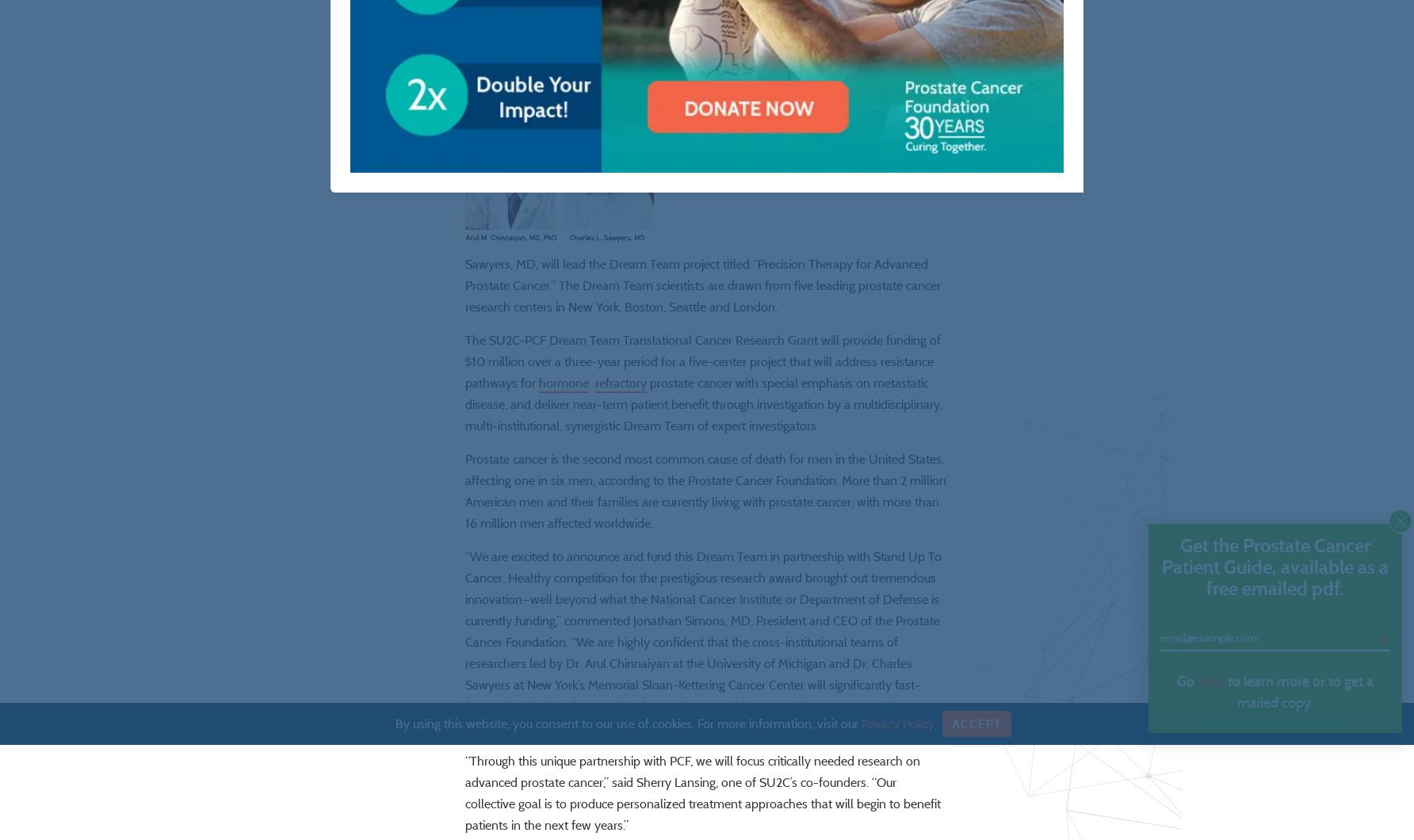 This screenshot has width=1414, height=840. Describe the element at coordinates (1275, 566) in the screenshot. I see `'Get the Prostate Cancer Patient Guide, available as a free emailed pdf.'` at that location.